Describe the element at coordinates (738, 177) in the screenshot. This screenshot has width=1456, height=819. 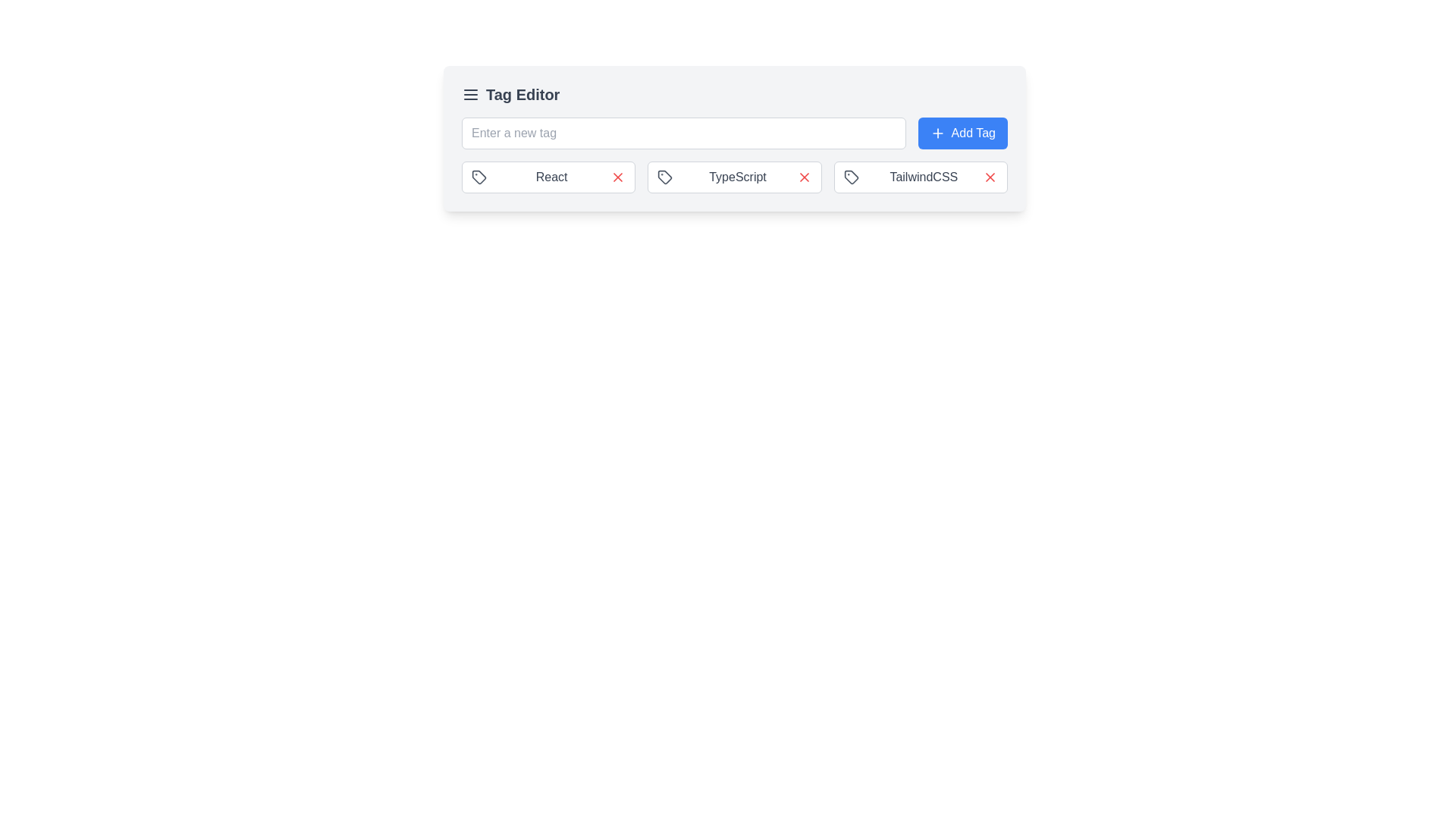
I see `the 'TypeScript' text label` at that location.